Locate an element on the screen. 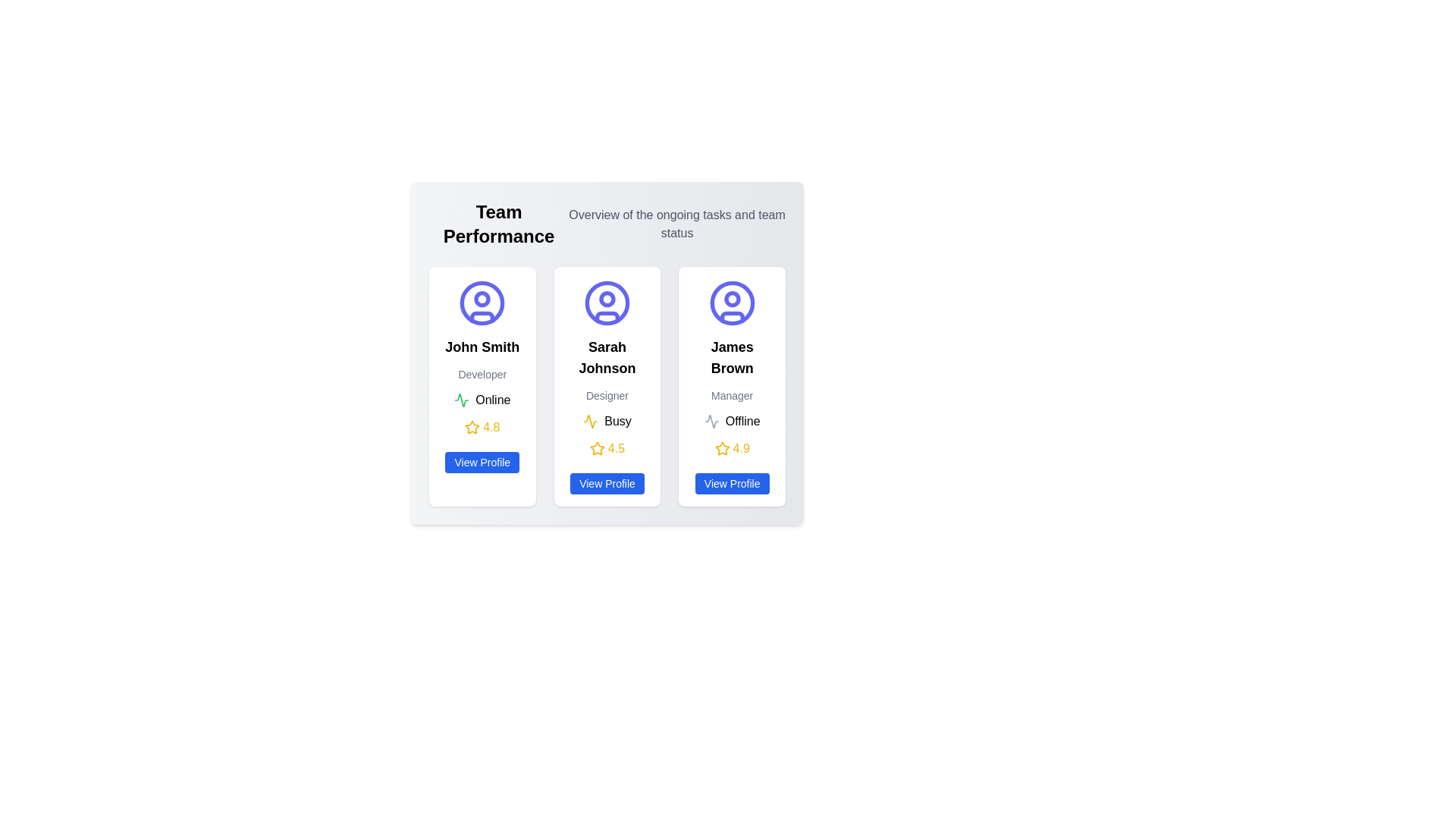  text label displaying 'Online' which indicates the current status of user 'John Smith', located to the right of the green activity icon is located at coordinates (493, 400).